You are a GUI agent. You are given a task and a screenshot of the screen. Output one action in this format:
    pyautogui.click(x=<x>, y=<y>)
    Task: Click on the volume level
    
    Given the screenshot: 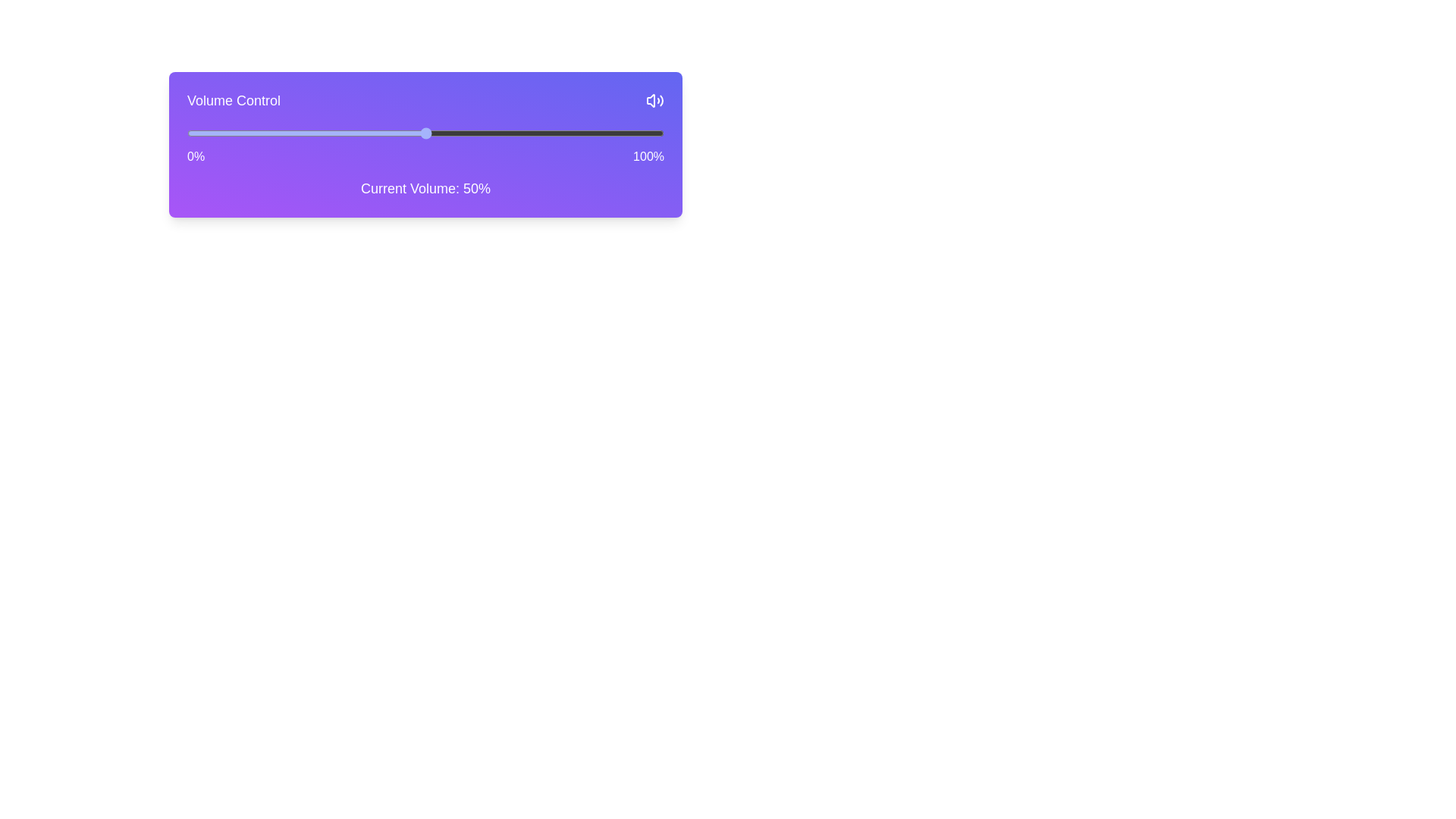 What is the action you would take?
    pyautogui.click(x=488, y=133)
    